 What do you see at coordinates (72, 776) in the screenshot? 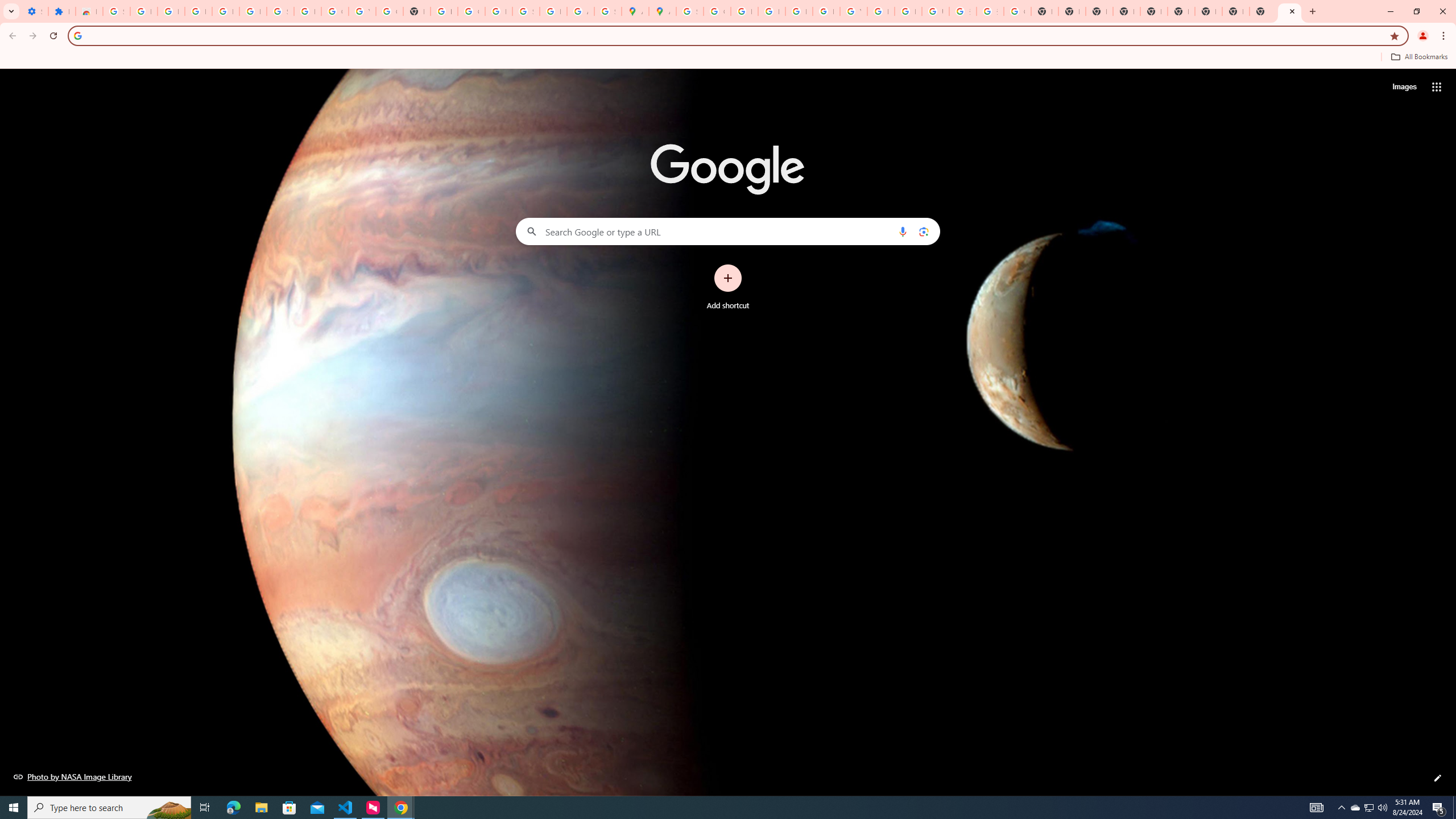
I see `'Photo by NASA Image Library'` at bounding box center [72, 776].